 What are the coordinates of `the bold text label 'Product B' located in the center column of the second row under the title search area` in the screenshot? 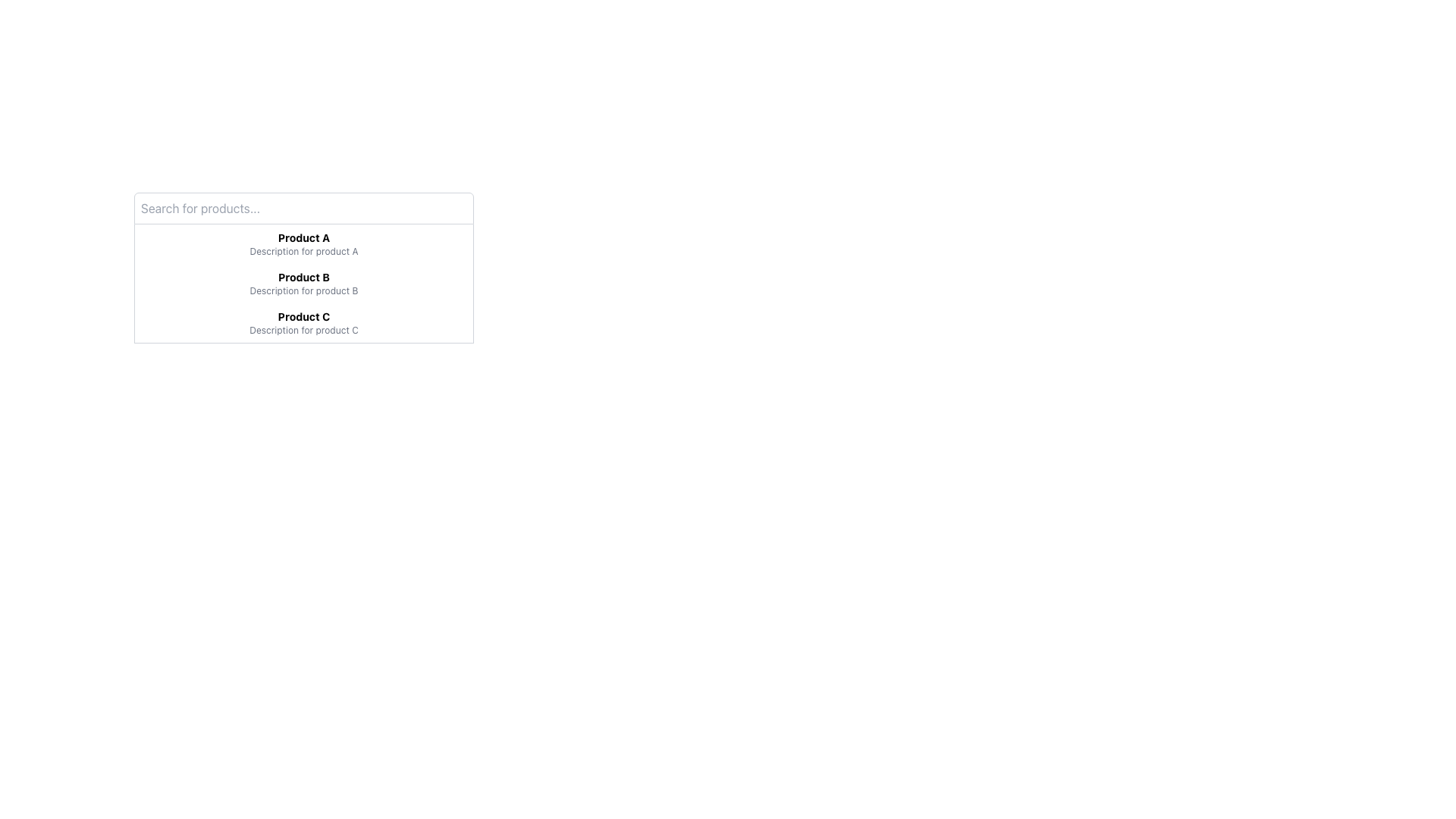 It's located at (303, 278).